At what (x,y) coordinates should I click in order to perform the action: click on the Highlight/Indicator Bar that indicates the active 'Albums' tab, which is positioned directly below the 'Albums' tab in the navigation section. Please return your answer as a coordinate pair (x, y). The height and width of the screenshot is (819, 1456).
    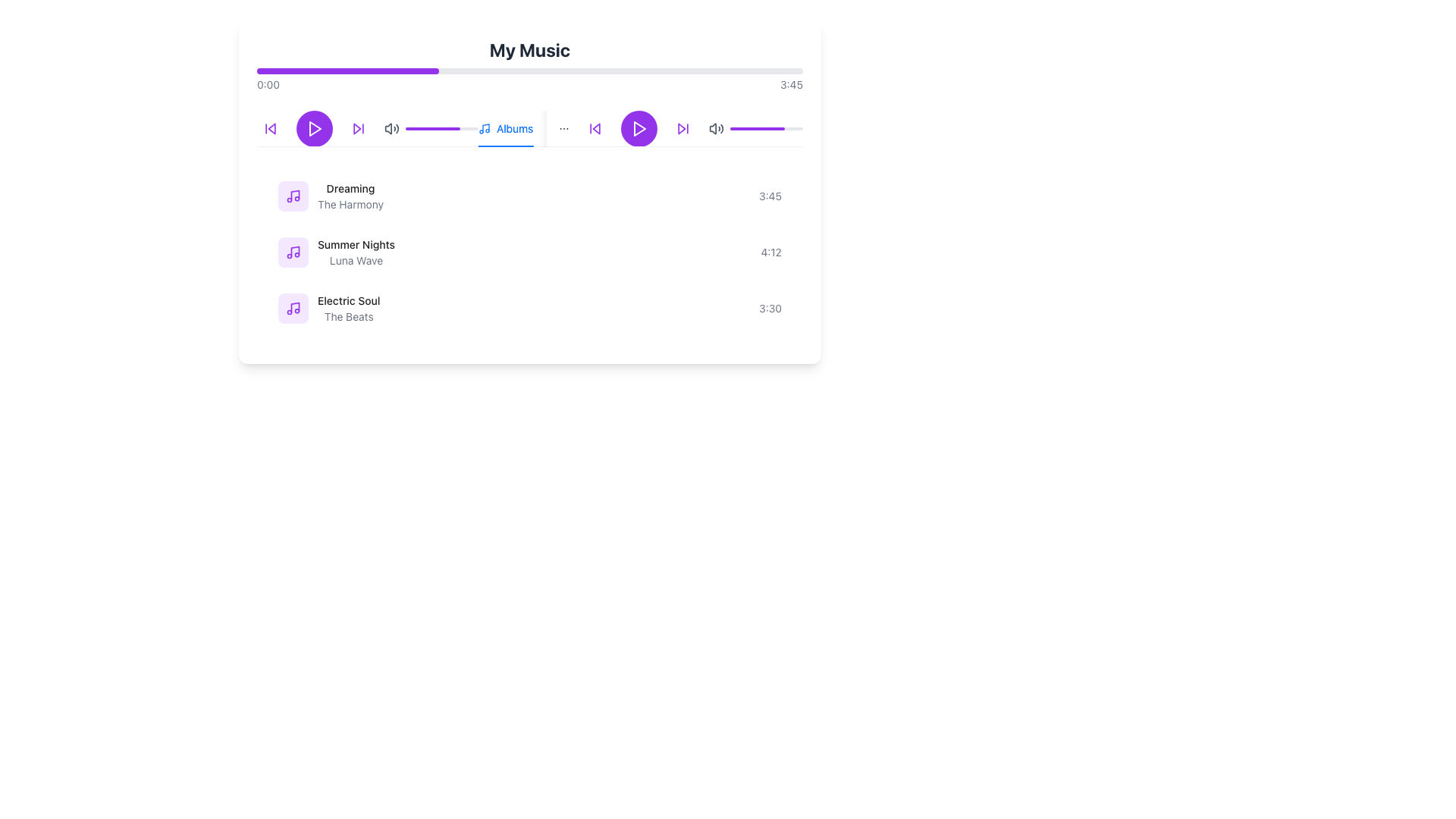
    Looking at the image, I should click on (506, 146).